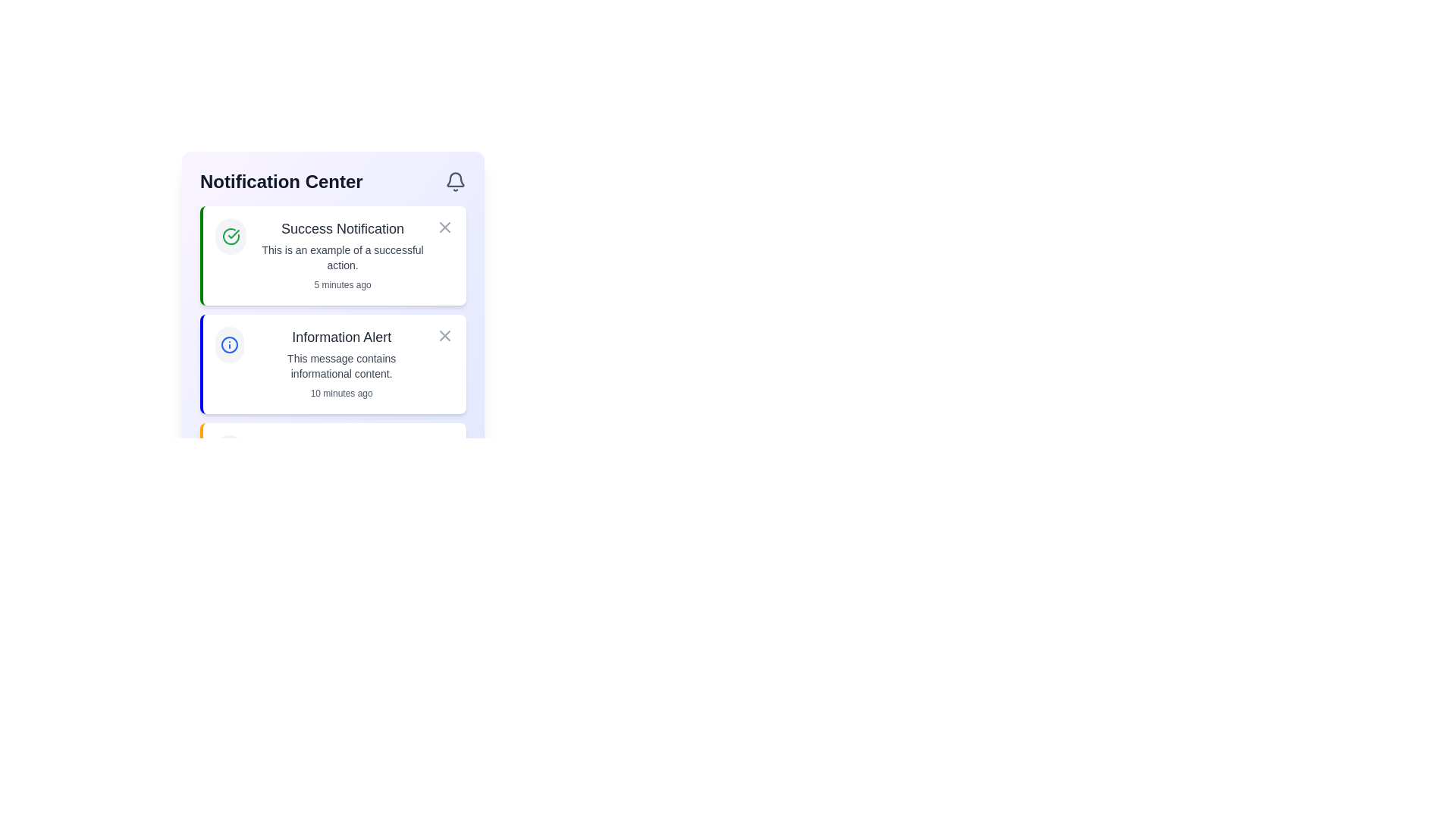 The height and width of the screenshot is (819, 1456). Describe the element at coordinates (230, 237) in the screenshot. I see `the success icon located within the success notification card, positioned to the left of the 'Success Notification' title and the close button` at that location.